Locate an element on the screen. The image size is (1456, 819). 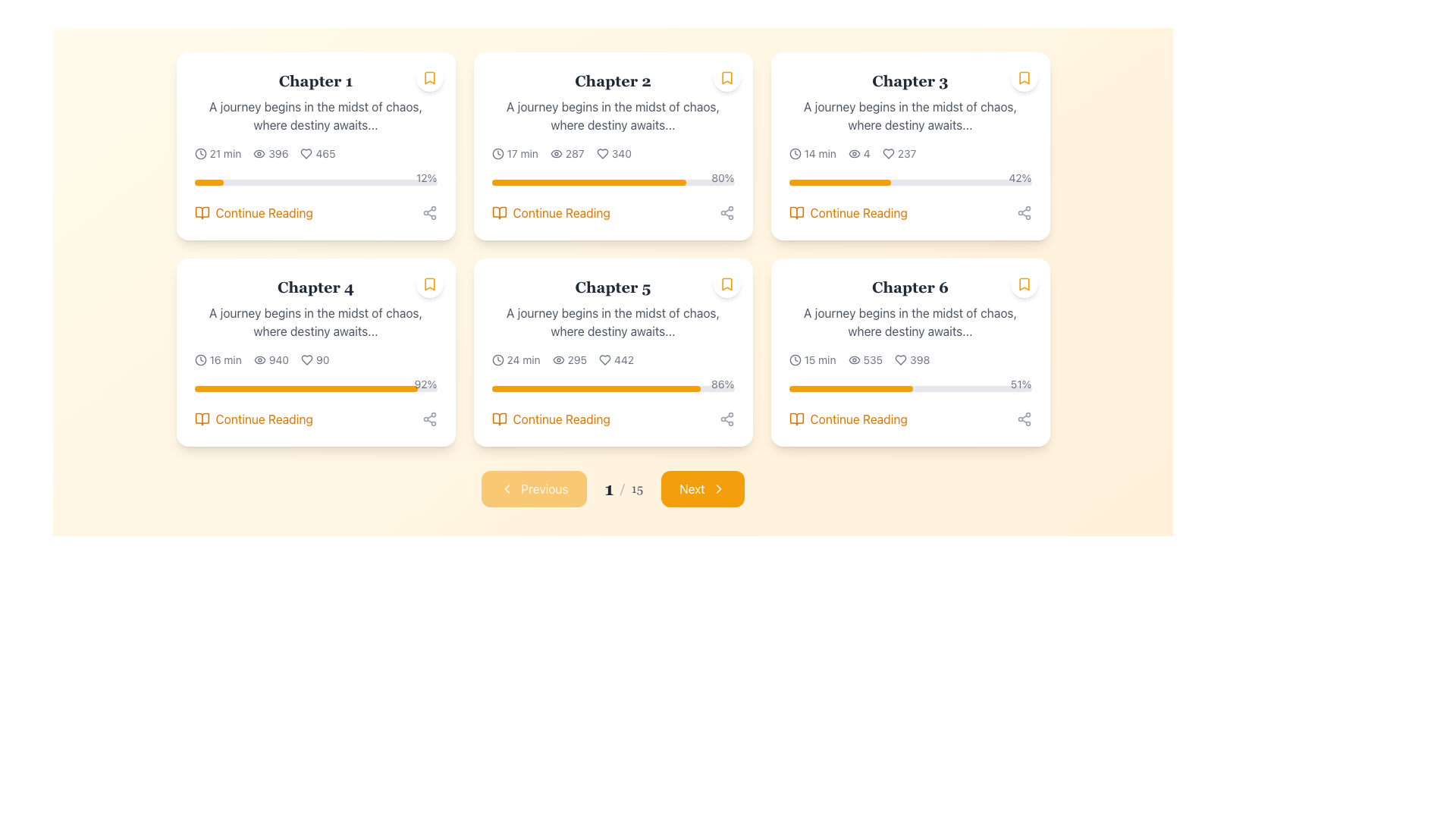
the static text label displaying '21 min', which is adjacent to a clock icon in the first card of the grid layout is located at coordinates (224, 154).